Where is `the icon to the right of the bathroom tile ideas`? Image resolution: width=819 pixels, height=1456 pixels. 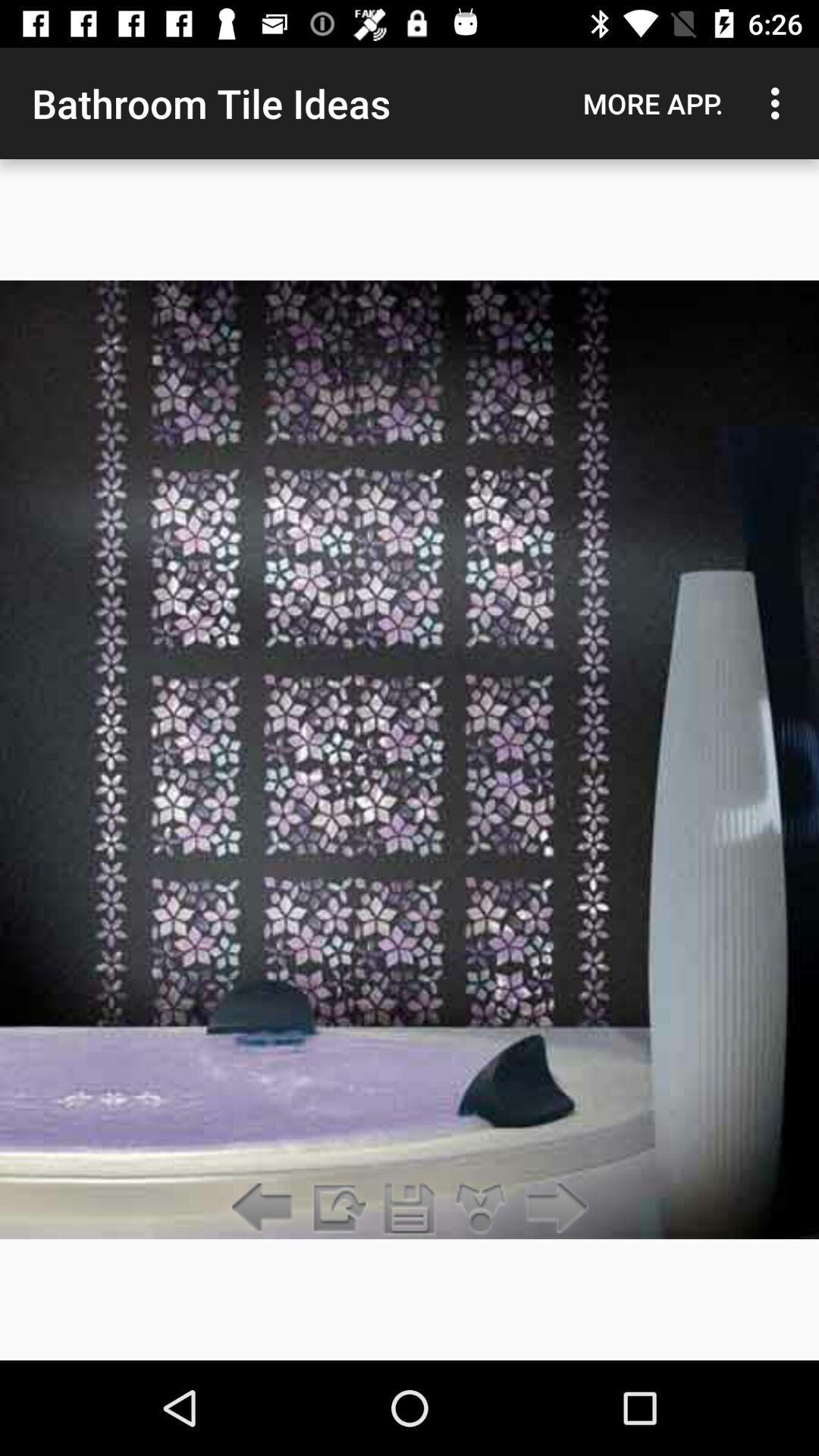 the icon to the right of the bathroom tile ideas is located at coordinates (652, 102).